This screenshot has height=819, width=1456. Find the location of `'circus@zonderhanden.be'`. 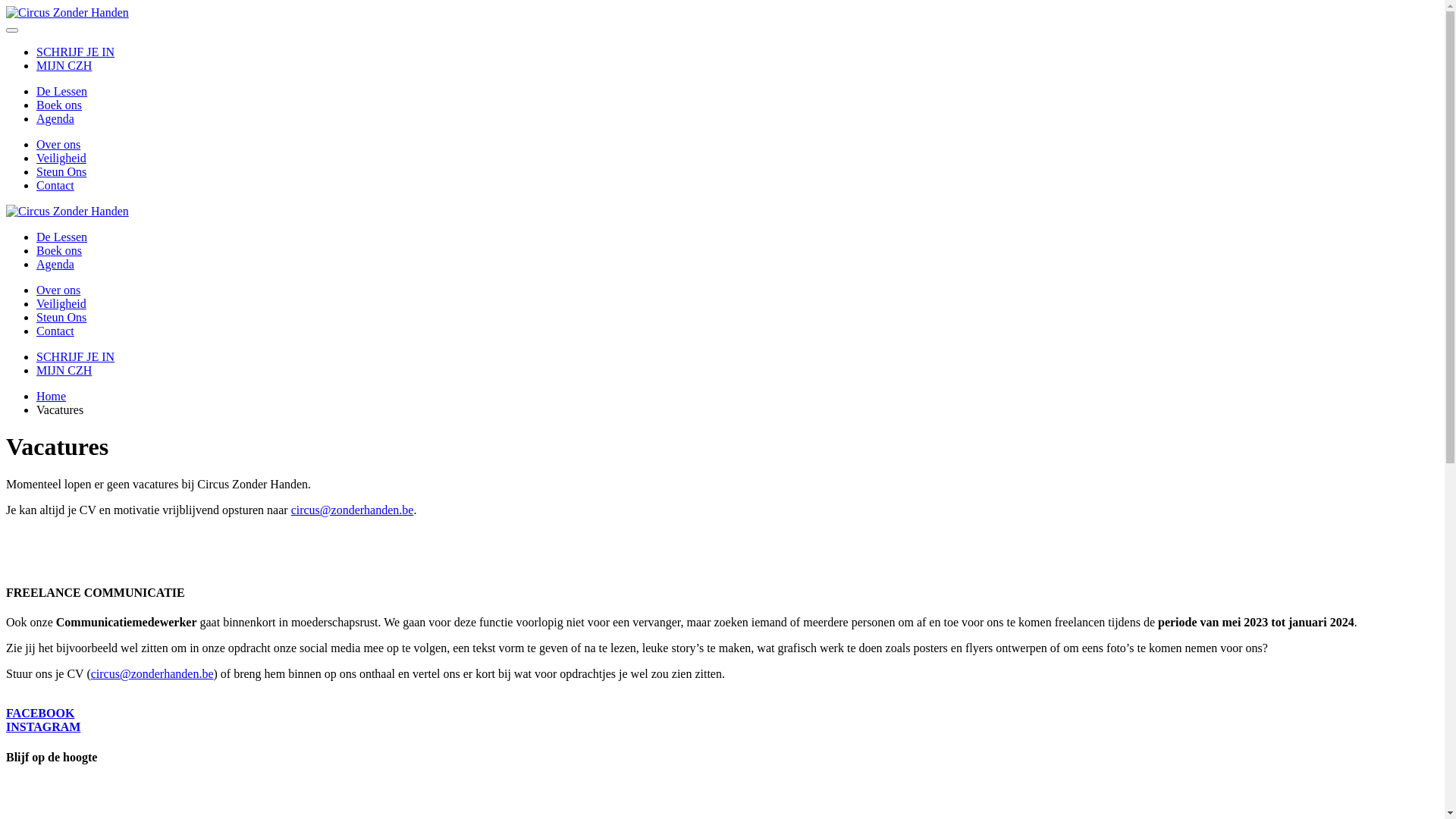

'circus@zonderhanden.be' is located at coordinates (152, 673).